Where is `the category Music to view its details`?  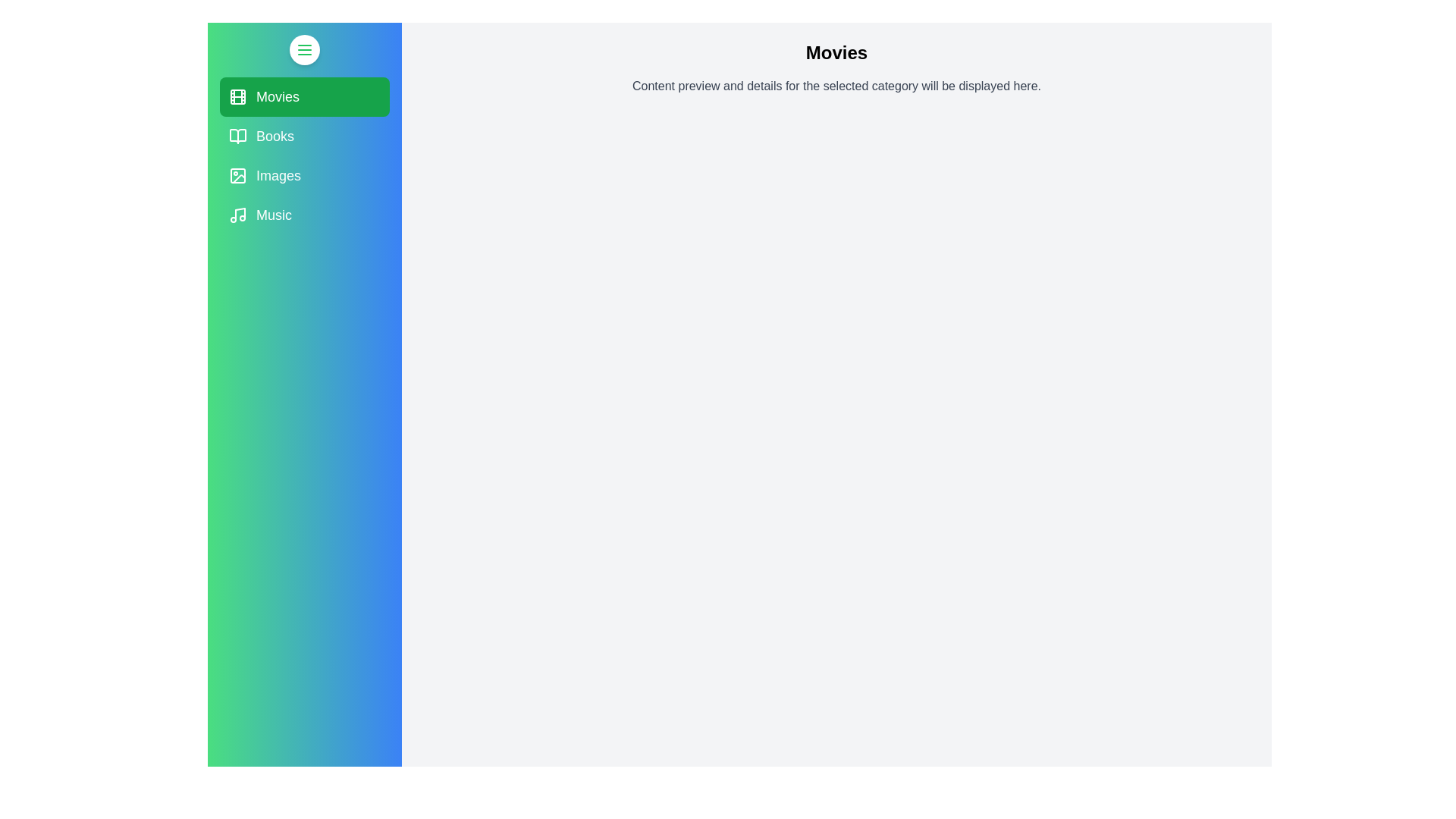 the category Music to view its details is located at coordinates (304, 215).